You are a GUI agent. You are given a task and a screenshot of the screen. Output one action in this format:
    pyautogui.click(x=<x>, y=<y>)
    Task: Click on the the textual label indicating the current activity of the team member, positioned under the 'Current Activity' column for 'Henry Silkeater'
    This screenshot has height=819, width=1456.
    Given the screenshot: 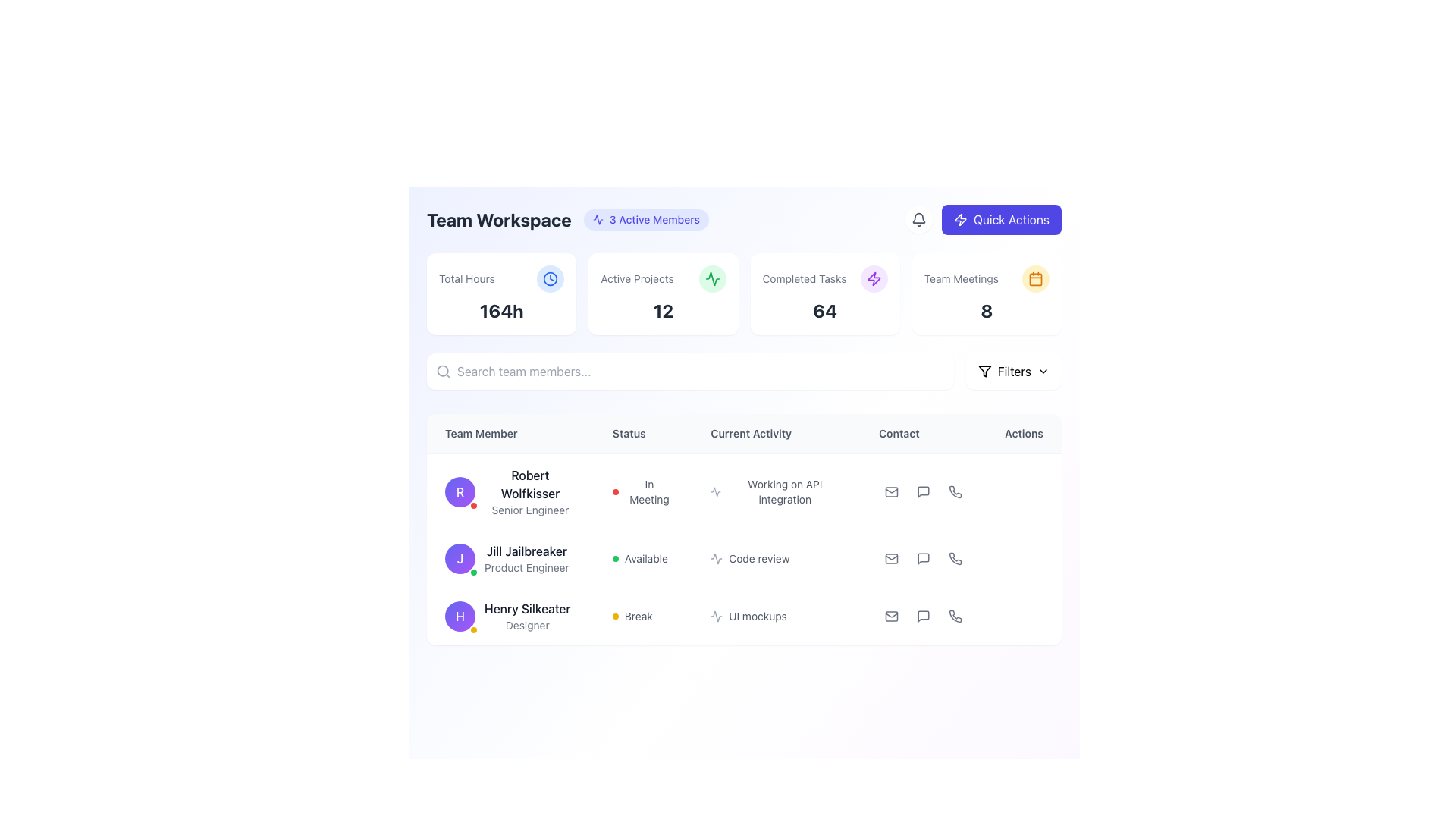 What is the action you would take?
    pyautogui.click(x=758, y=617)
    